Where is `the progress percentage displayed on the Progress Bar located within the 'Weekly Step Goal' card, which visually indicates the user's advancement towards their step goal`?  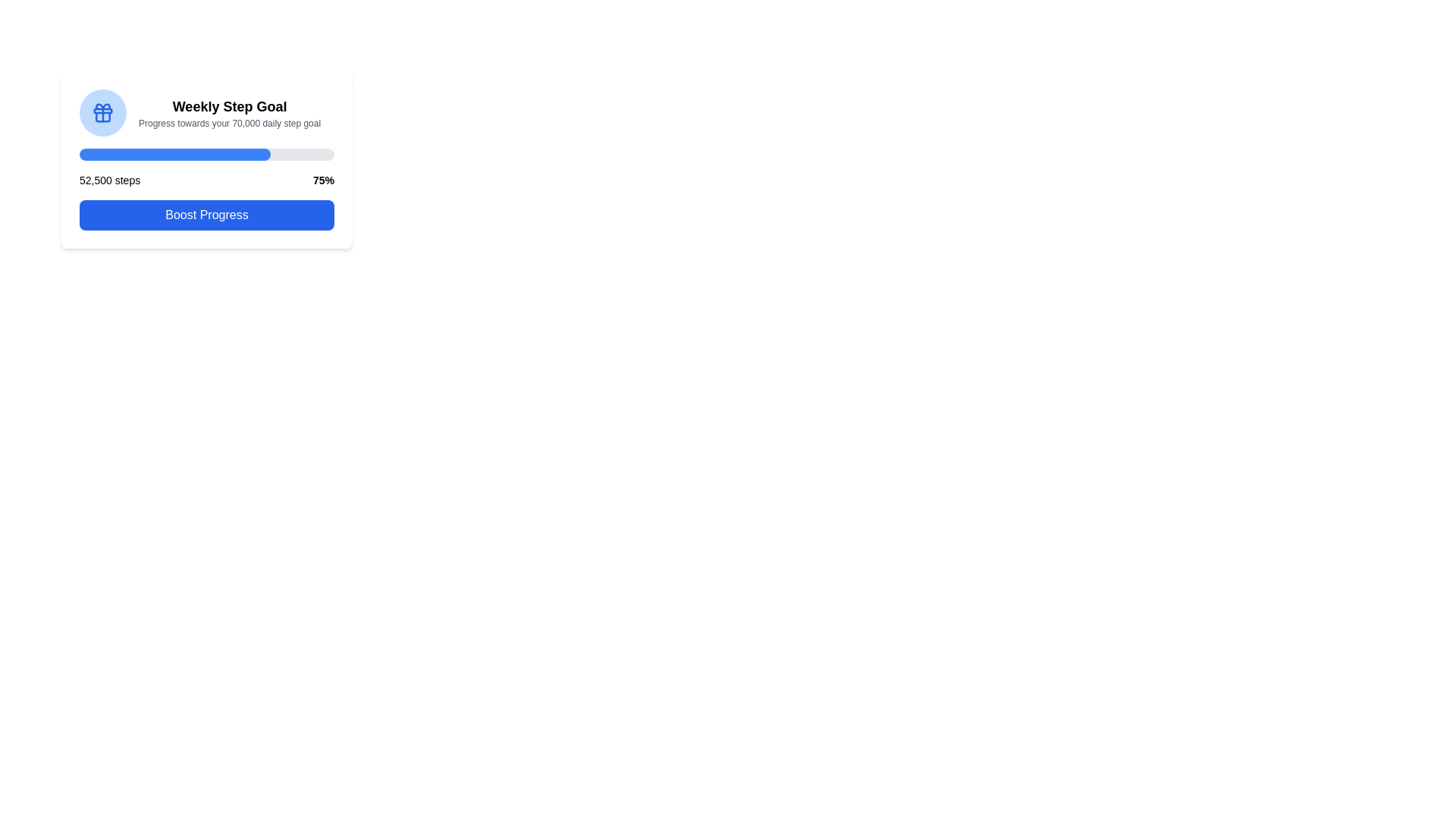
the progress percentage displayed on the Progress Bar located within the 'Weekly Step Goal' card, which visually indicates the user's advancement towards their step goal is located at coordinates (206, 155).